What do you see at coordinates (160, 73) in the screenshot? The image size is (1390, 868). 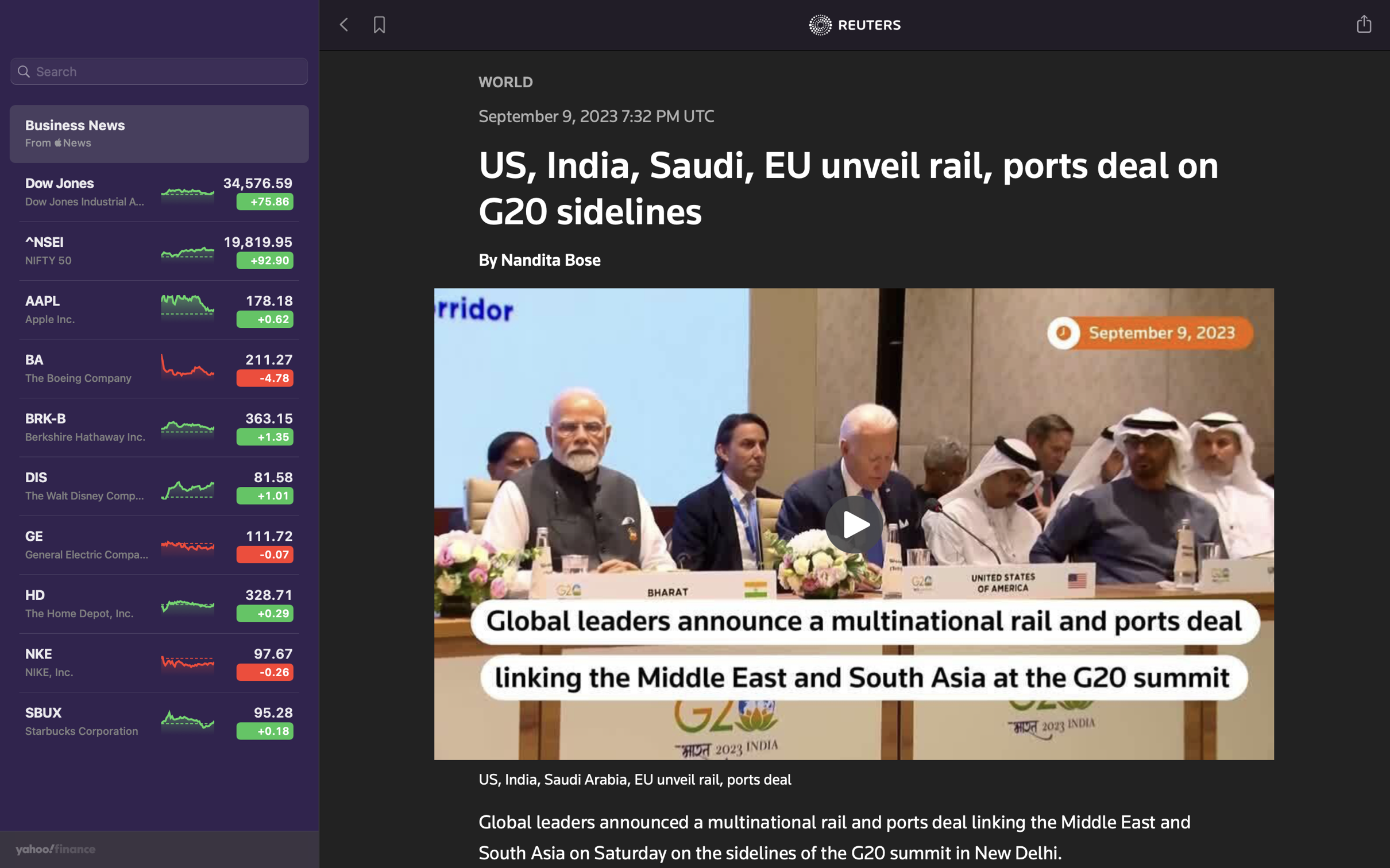 I see `news articles associated with General Electric` at bounding box center [160, 73].